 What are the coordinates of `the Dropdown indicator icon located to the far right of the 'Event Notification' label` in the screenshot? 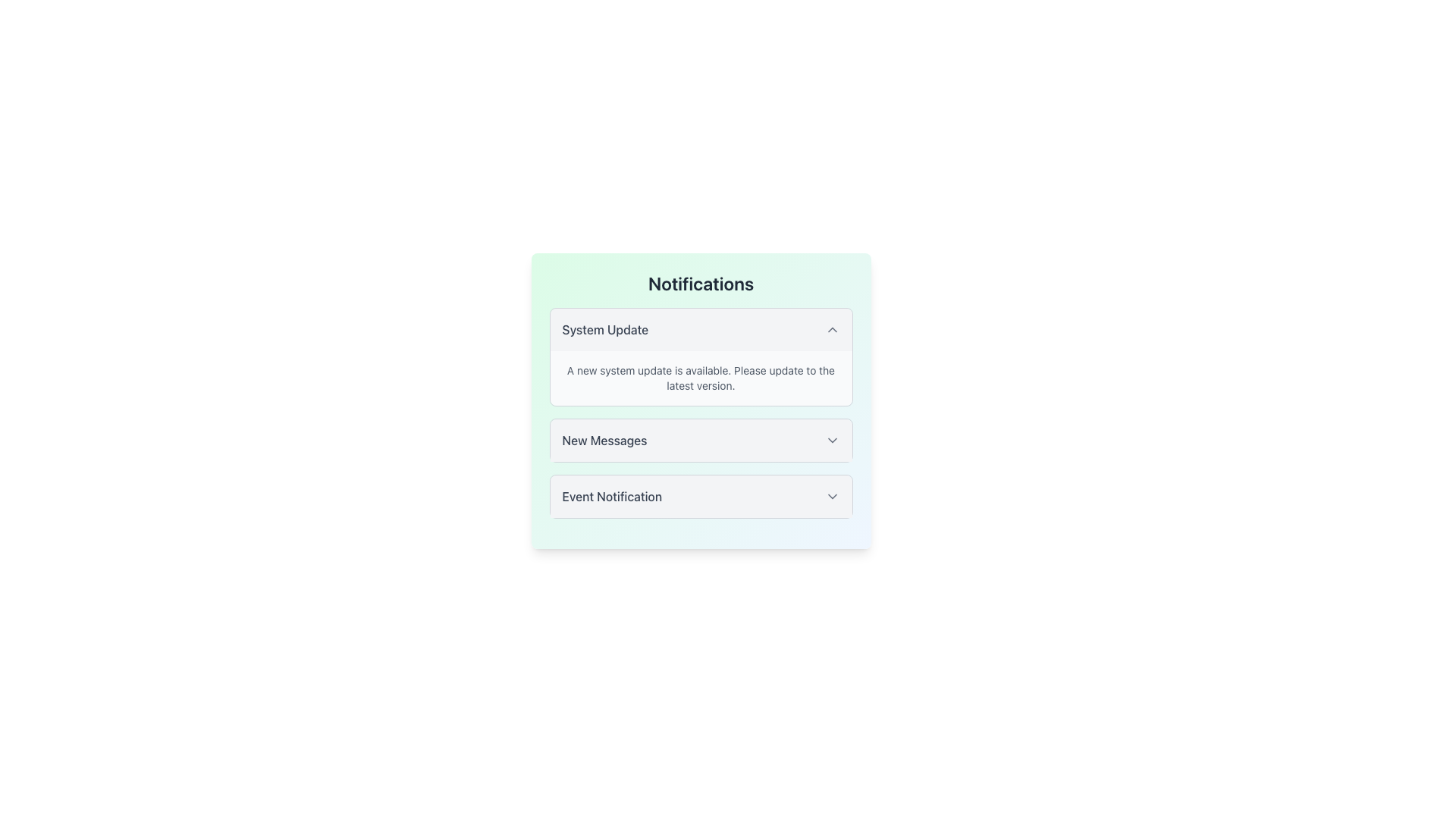 It's located at (831, 497).